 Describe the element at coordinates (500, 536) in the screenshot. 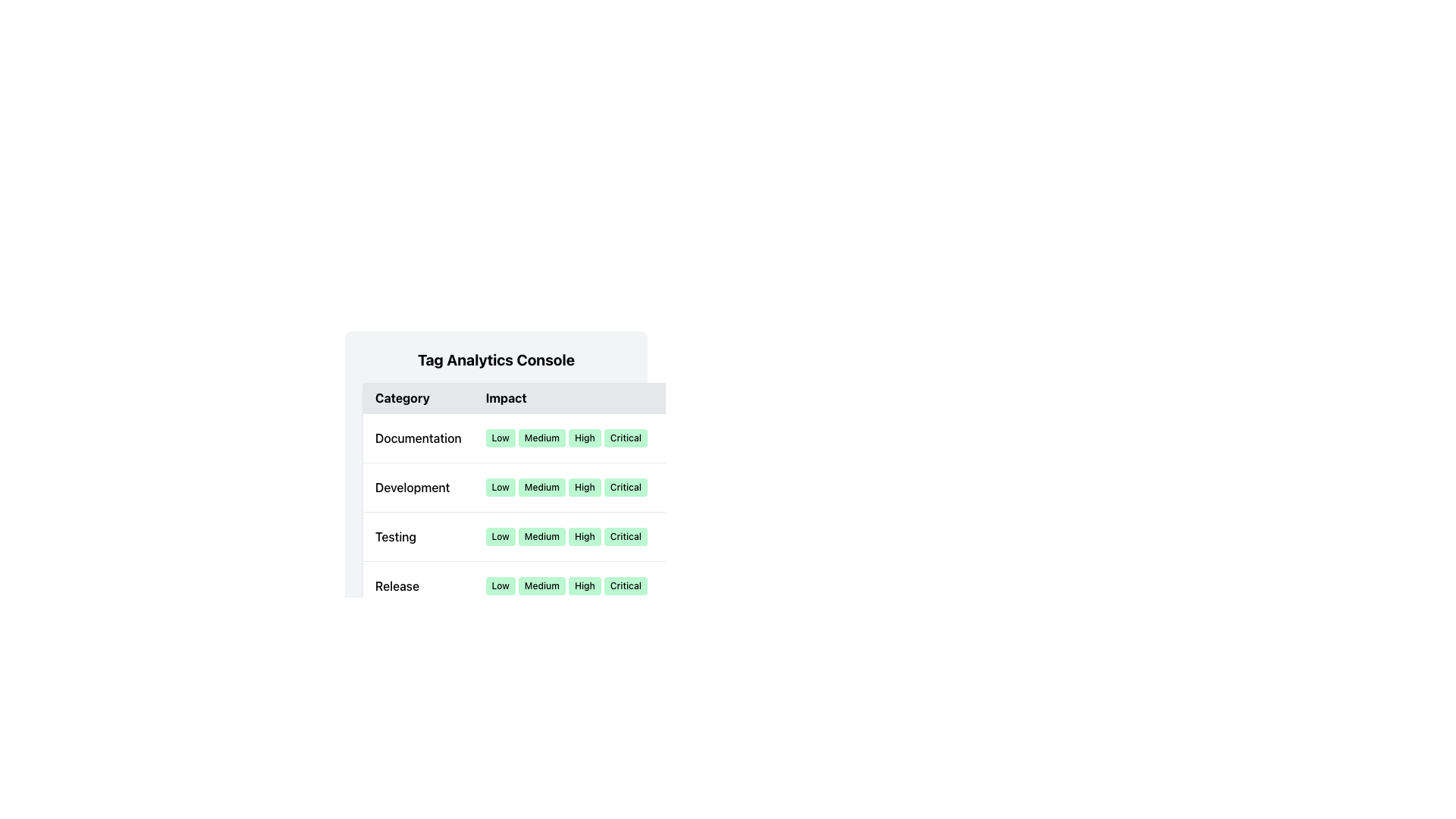

I see `the green button labeled 'Low', which is the first button in a group of four buttons under the 'Testing' label in the 'Impact' category` at that location.